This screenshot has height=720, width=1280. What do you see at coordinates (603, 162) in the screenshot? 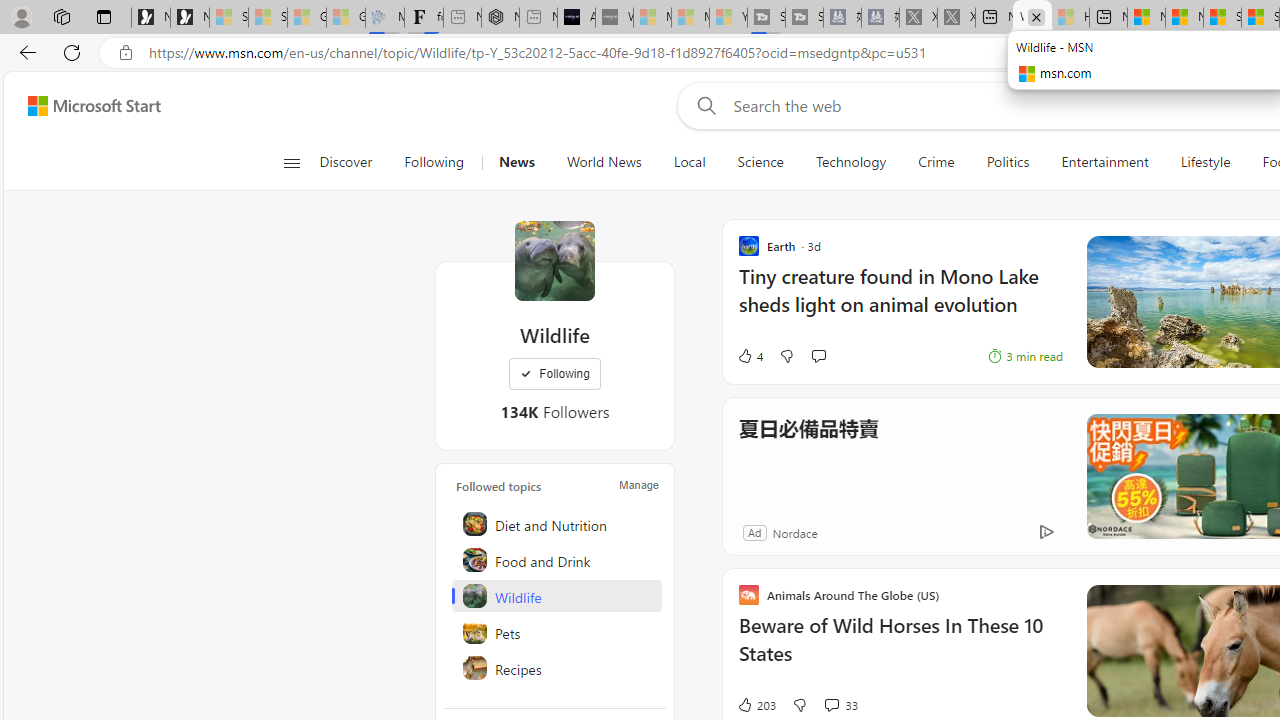
I see `'World News'` at bounding box center [603, 162].